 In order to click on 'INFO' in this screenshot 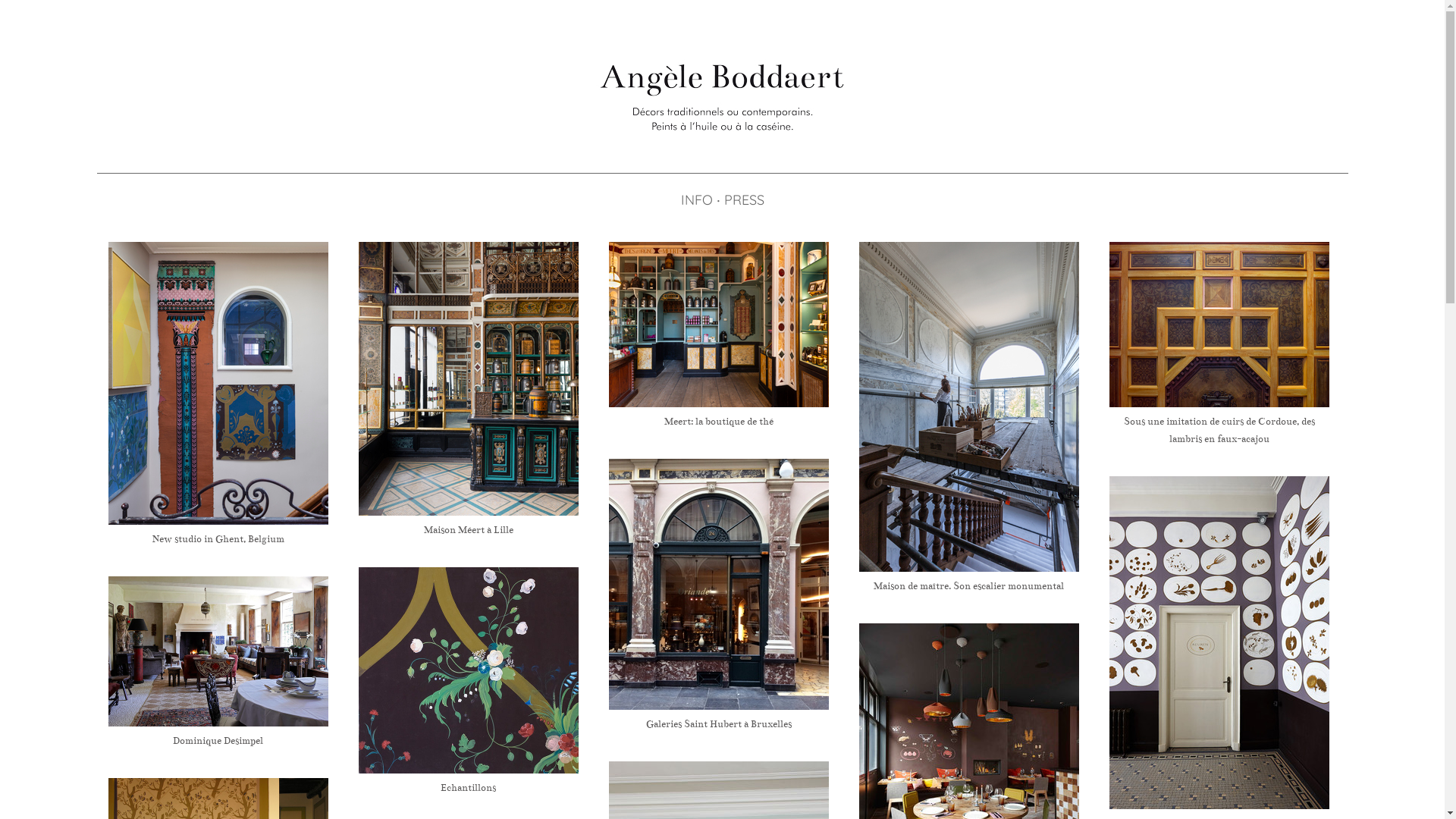, I will do `click(695, 199)`.